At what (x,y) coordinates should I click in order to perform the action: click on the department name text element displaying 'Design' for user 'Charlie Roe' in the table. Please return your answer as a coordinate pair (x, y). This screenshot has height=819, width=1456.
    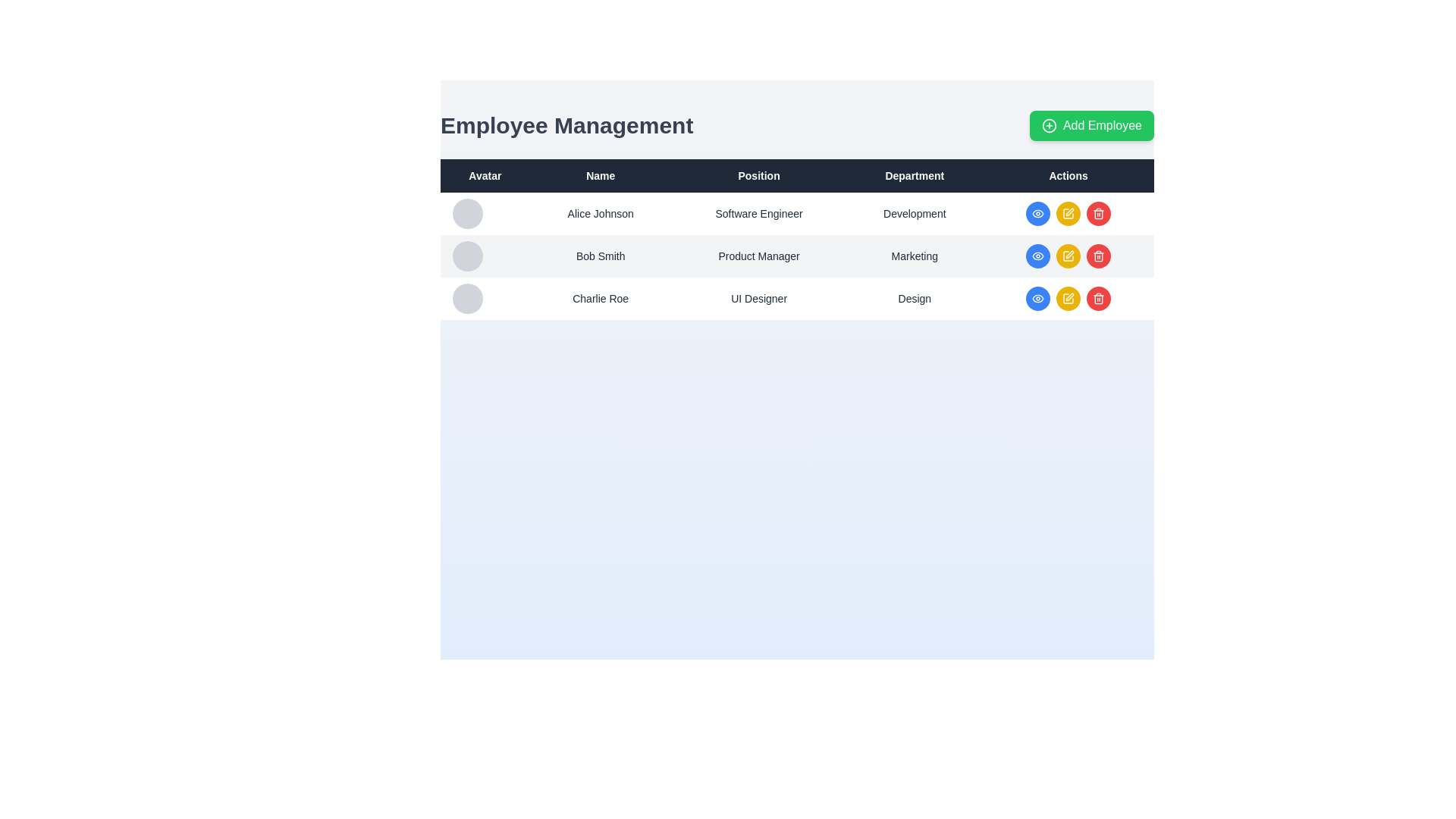
    Looking at the image, I should click on (914, 298).